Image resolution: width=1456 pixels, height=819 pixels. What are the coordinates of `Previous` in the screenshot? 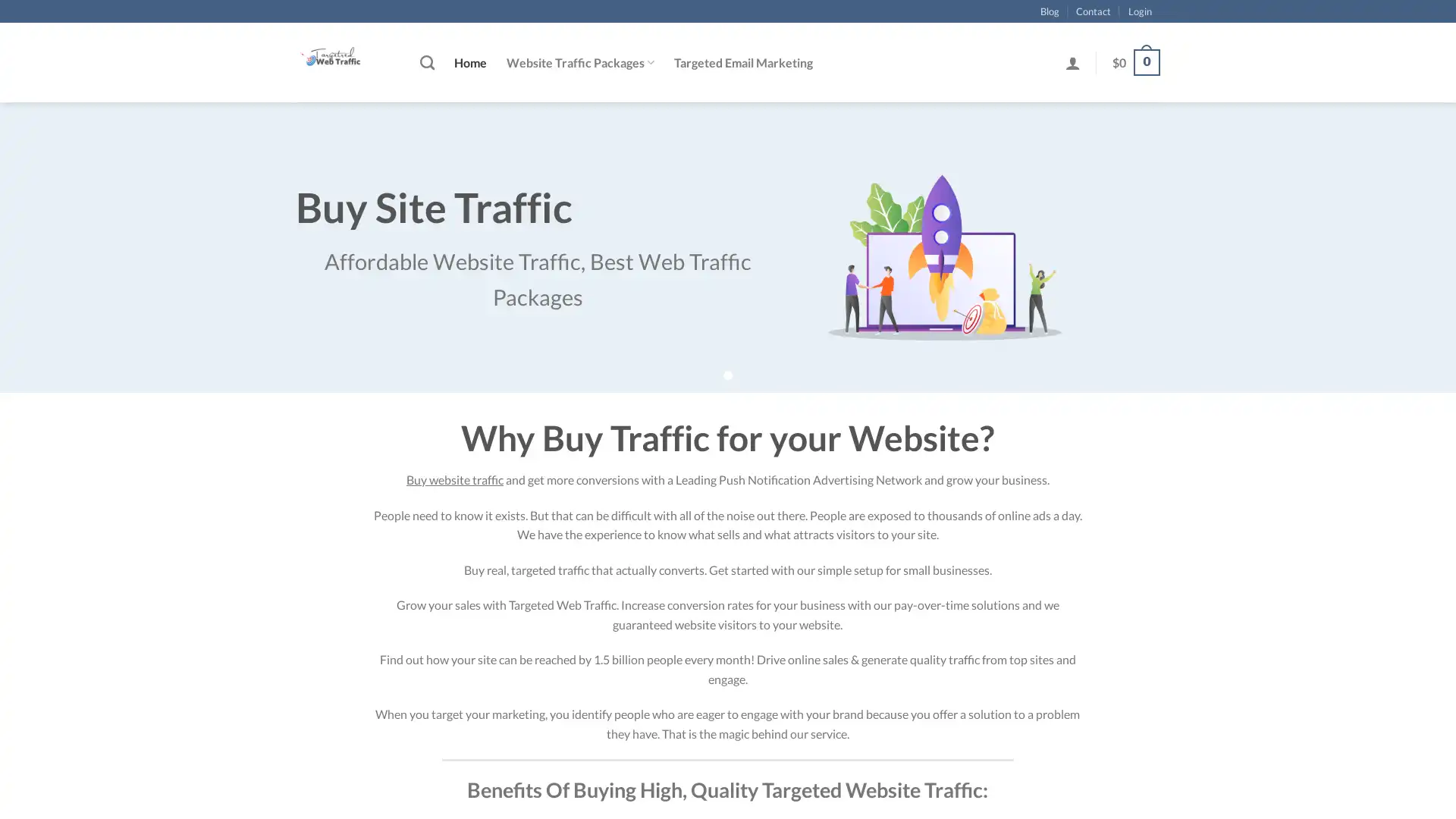 It's located at (47, 268).